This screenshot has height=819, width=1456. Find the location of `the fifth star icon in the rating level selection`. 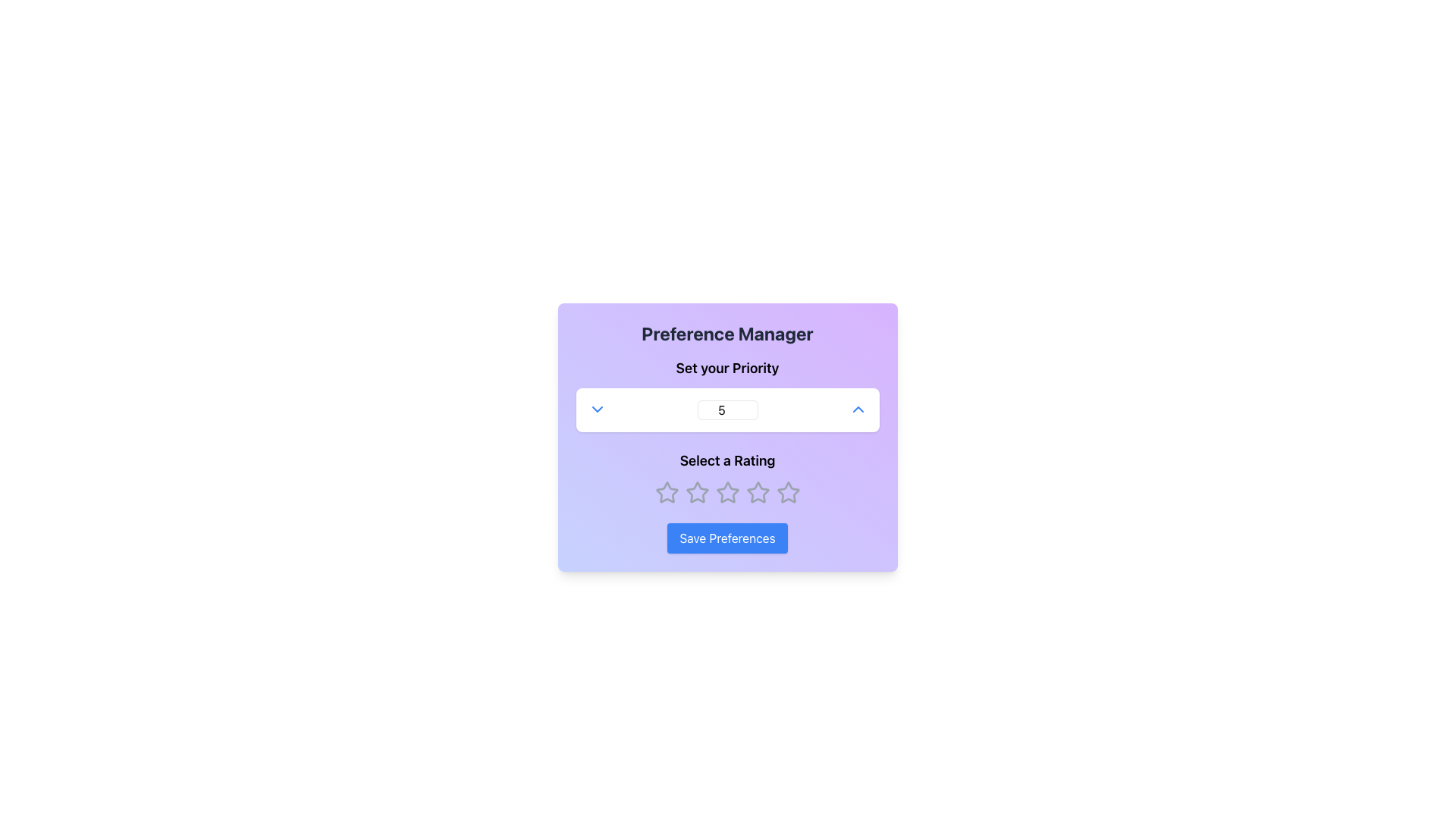

the fifth star icon in the rating level selection is located at coordinates (788, 492).